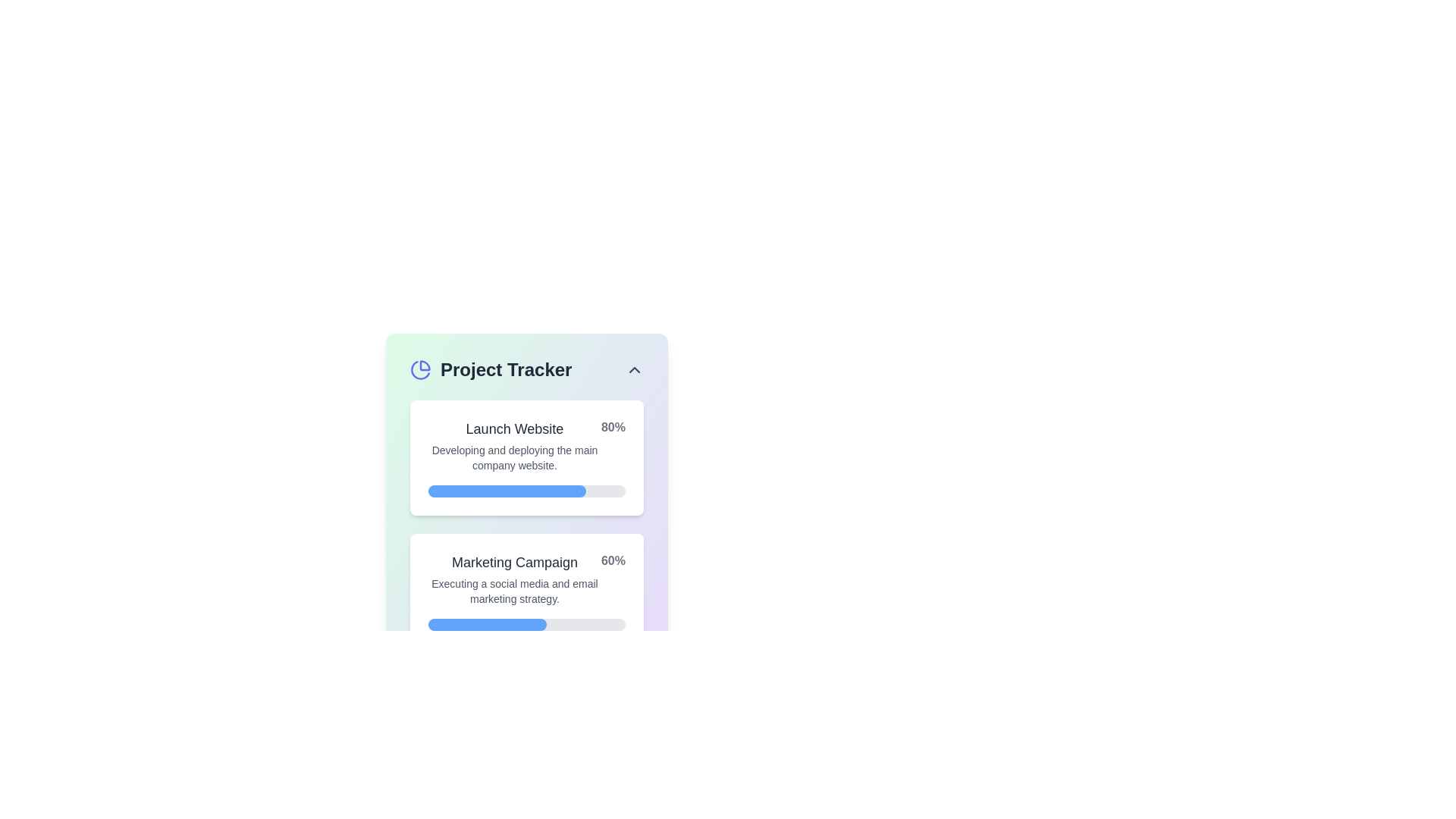 This screenshot has width=1456, height=819. Describe the element at coordinates (634, 370) in the screenshot. I see `the small triangular chevron icon styled in dark gray, located at the top-right corner adjacent to 'Project Tracker'` at that location.